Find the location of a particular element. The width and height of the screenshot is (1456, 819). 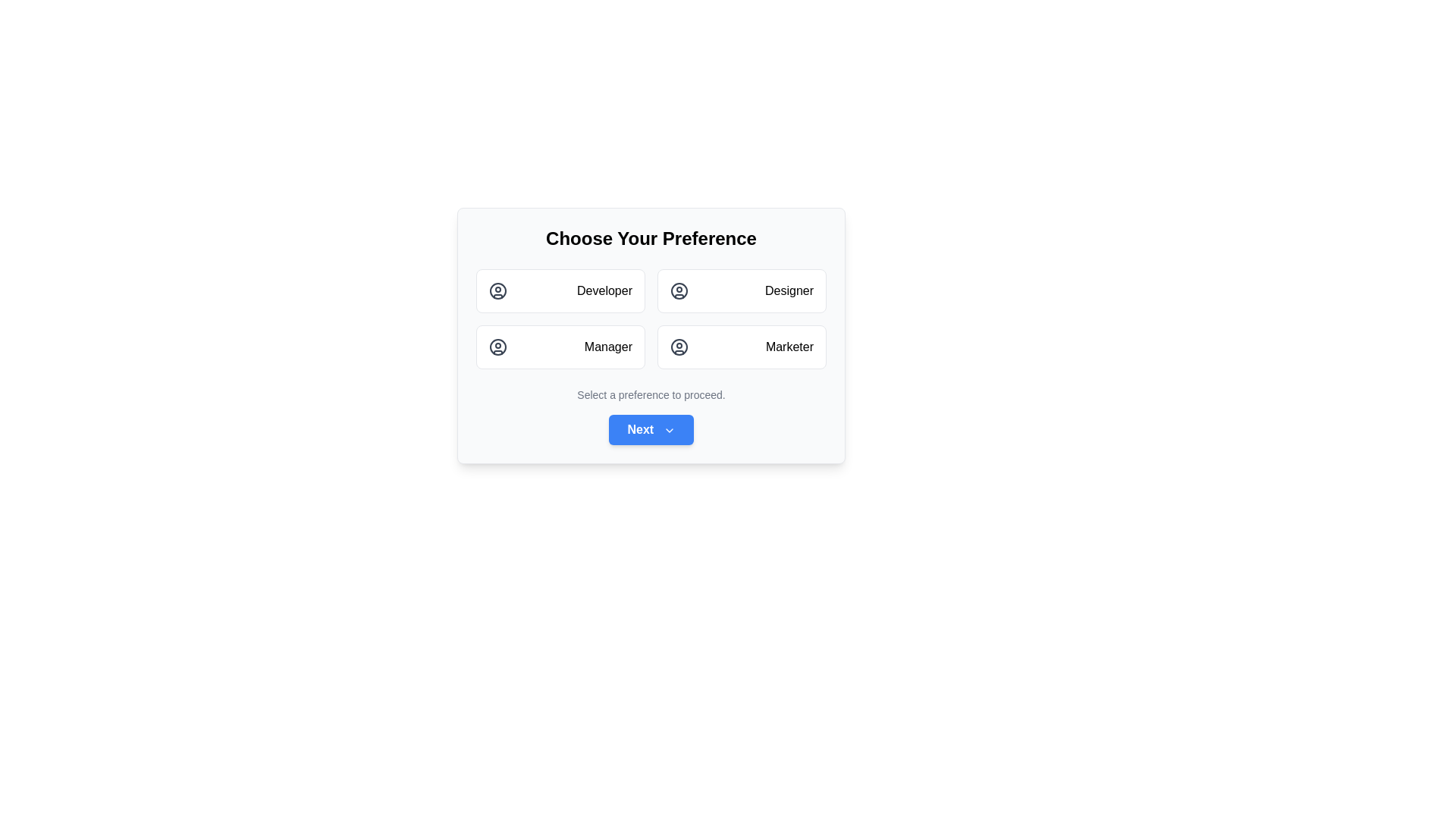

the 'Next' button is located at coordinates (651, 430).